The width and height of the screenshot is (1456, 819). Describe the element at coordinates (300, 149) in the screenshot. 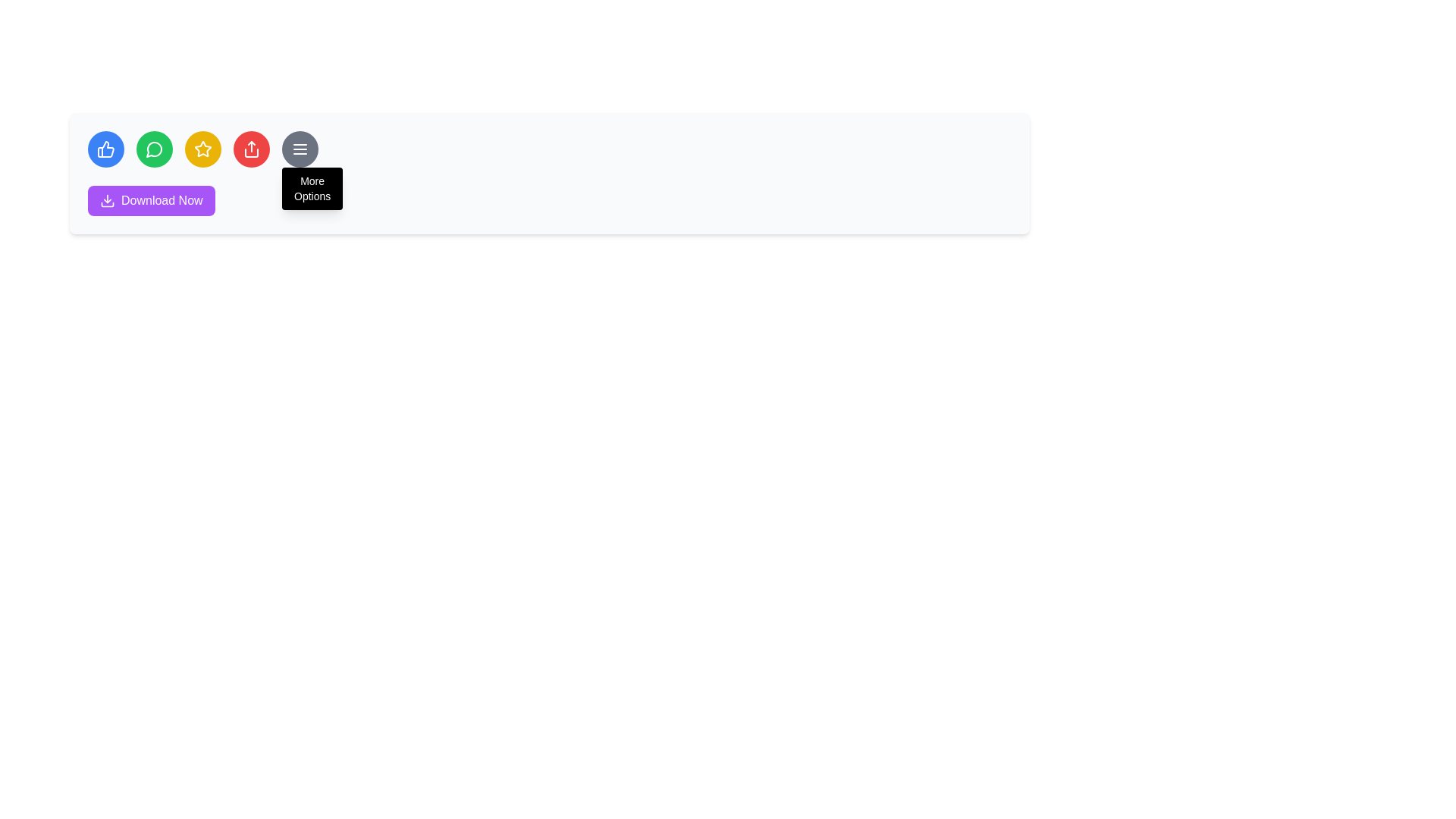

I see `the circular button with a grey background and three horizontal white lines icon` at that location.